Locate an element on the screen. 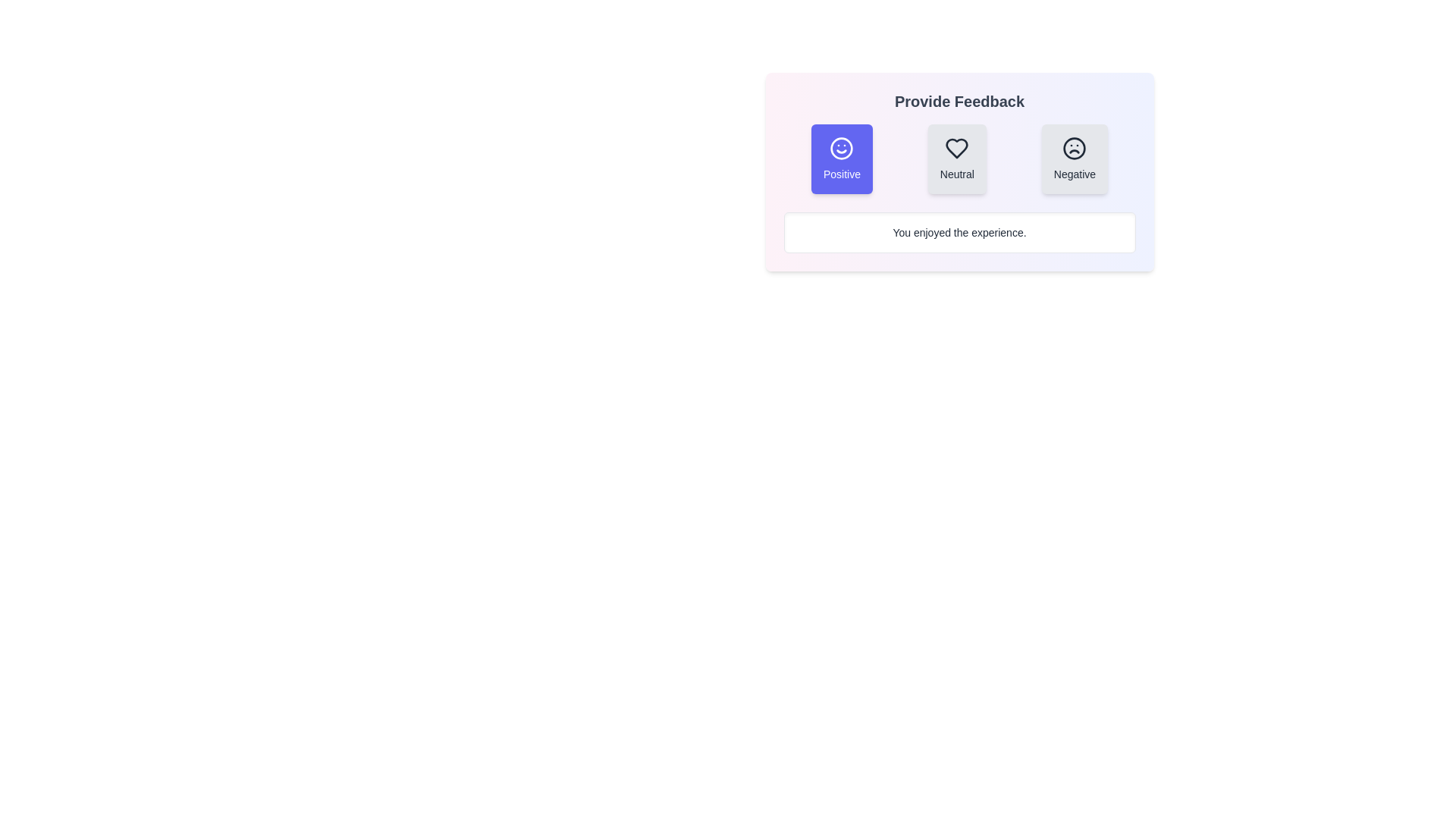 This screenshot has width=1456, height=819. the feedback option Positive by clicking the corresponding button is located at coordinates (840, 158).